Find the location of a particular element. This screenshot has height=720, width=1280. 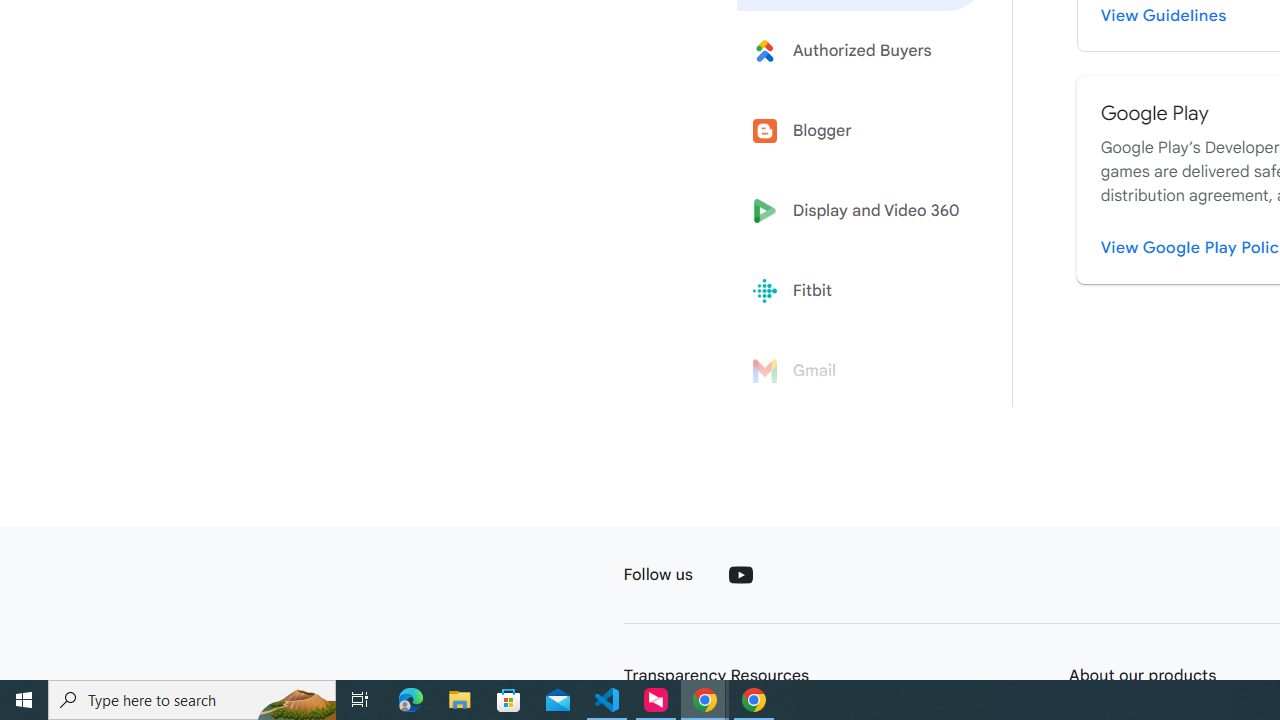

'Learn more about Authorized Buyers' is located at coordinates (862, 49).